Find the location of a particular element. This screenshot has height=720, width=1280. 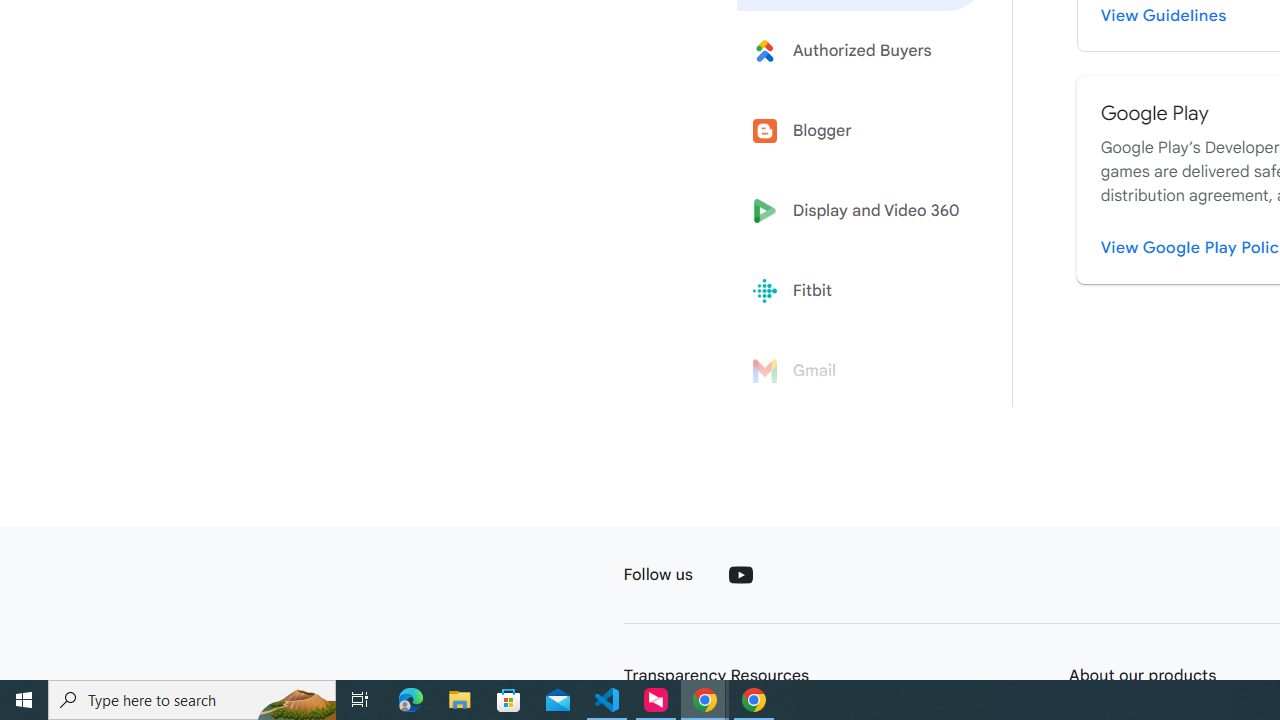

'Learn more about Authorized Buyers' is located at coordinates (862, 49).